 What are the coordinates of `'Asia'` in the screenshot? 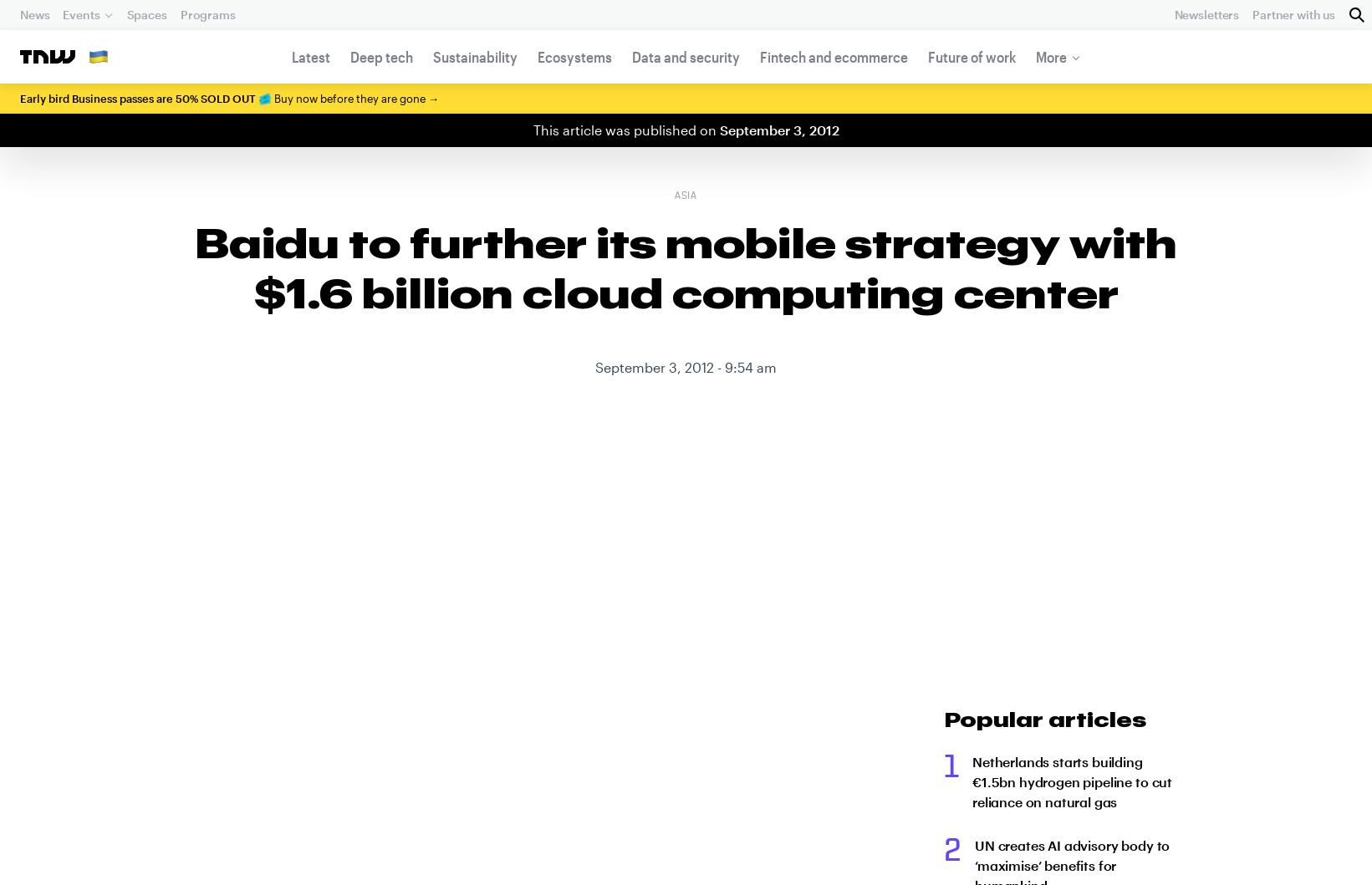 It's located at (674, 196).